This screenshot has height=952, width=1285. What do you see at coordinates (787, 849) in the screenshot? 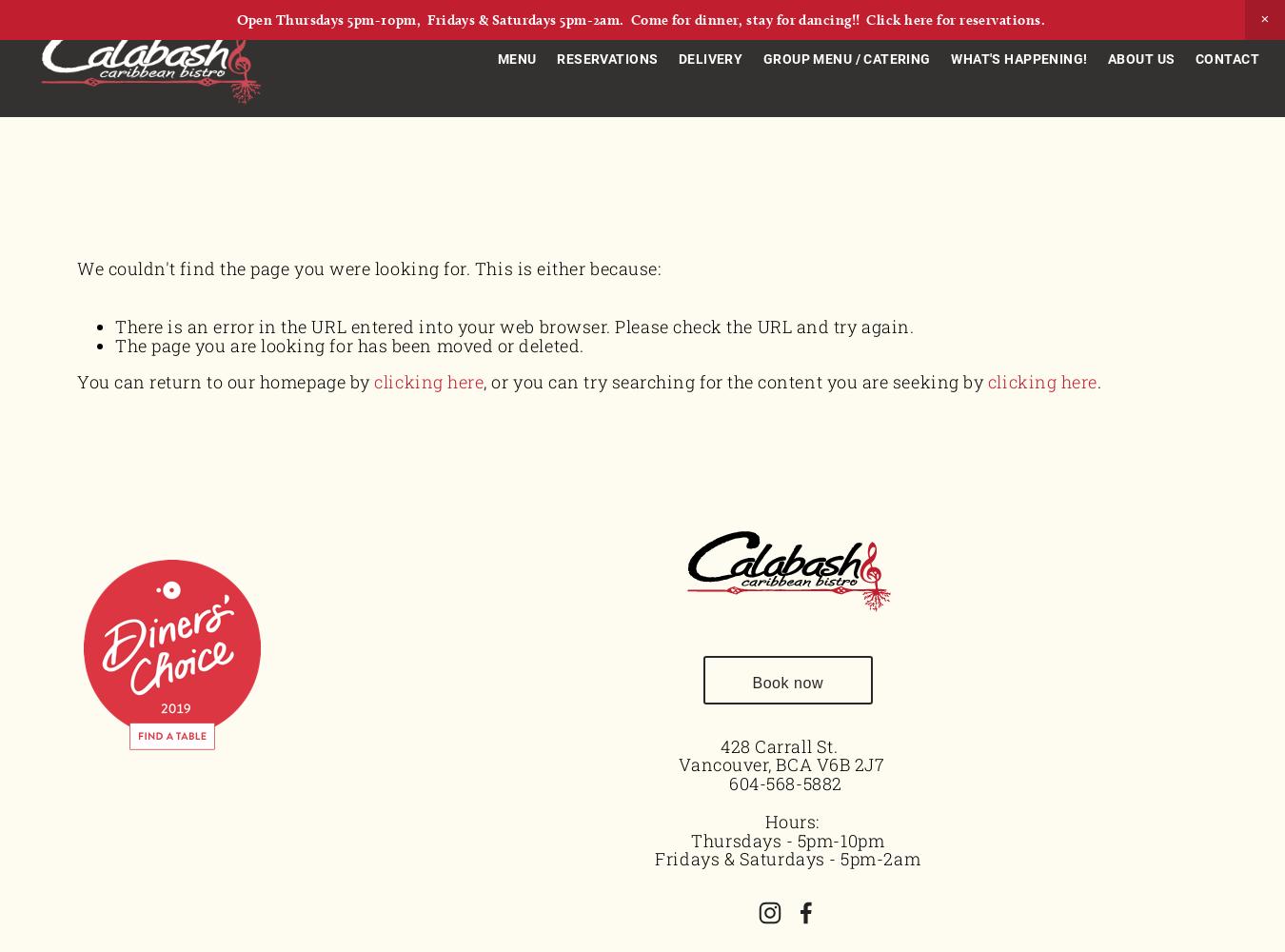
I see `'Thursdays - 5pm-10pm
Fridays & Saturdays - 5pm-2am'` at bounding box center [787, 849].